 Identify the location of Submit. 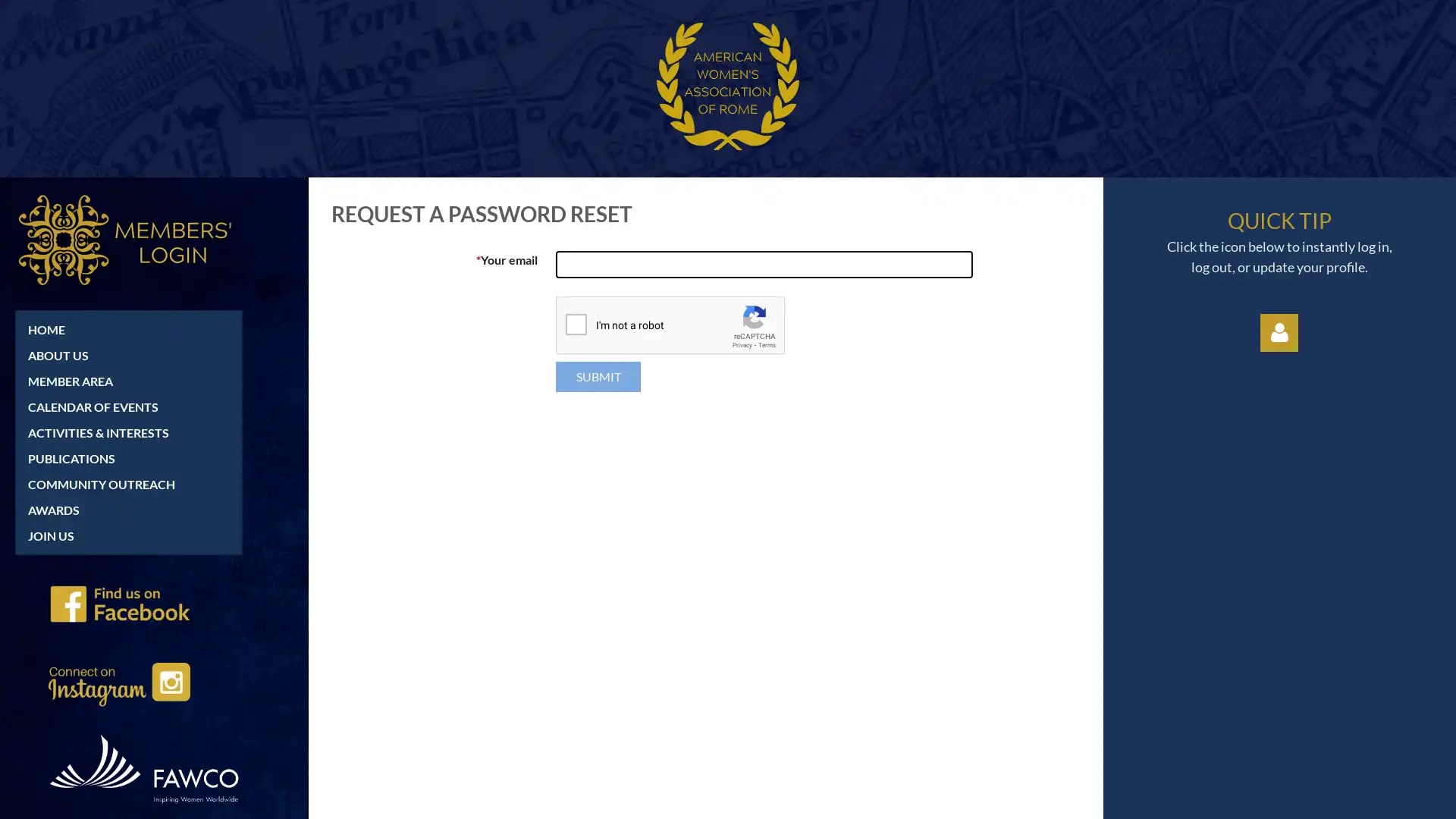
(597, 376).